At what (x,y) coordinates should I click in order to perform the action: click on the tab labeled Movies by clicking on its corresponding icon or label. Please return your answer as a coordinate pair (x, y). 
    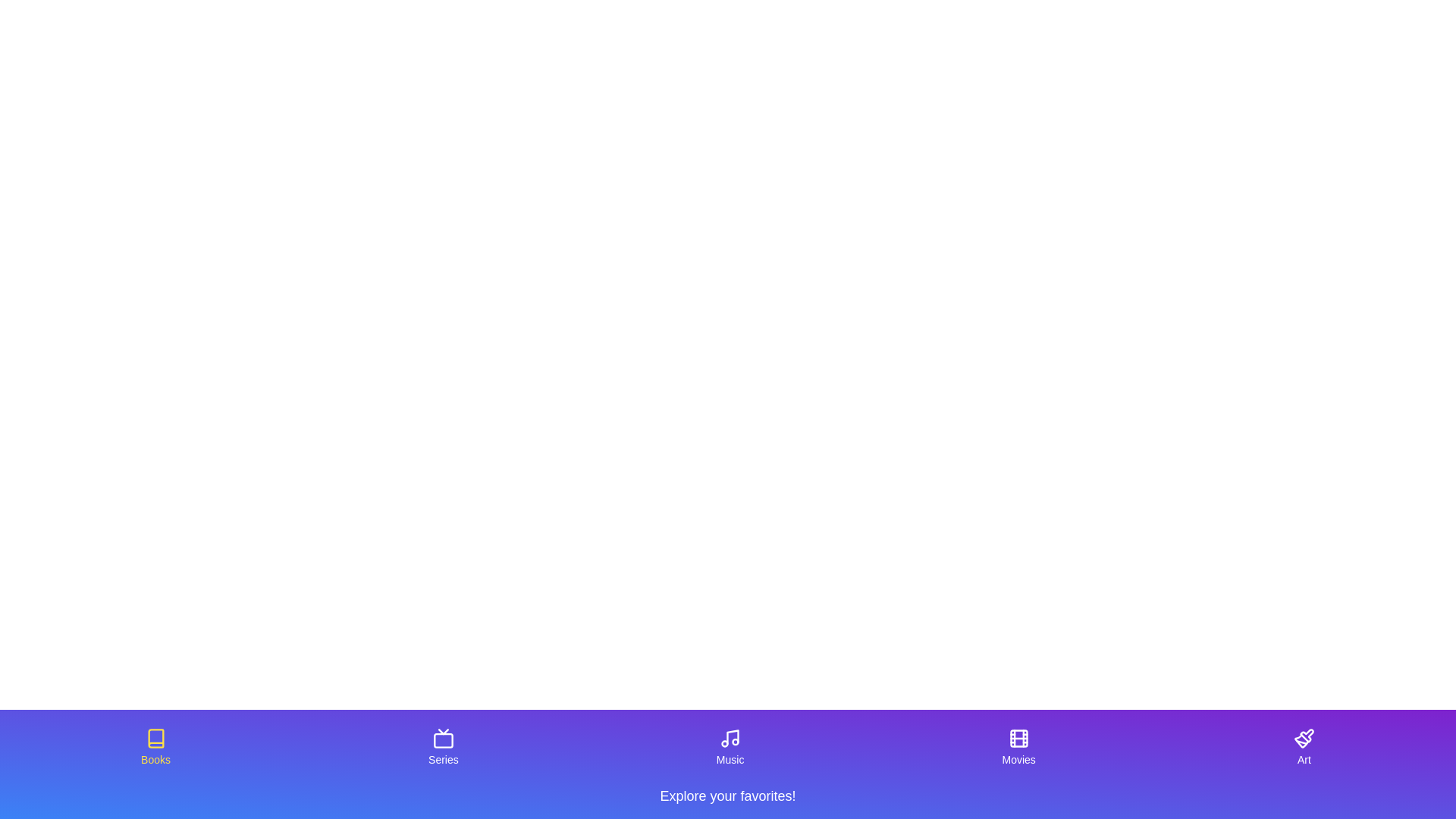
    Looking at the image, I should click on (1018, 747).